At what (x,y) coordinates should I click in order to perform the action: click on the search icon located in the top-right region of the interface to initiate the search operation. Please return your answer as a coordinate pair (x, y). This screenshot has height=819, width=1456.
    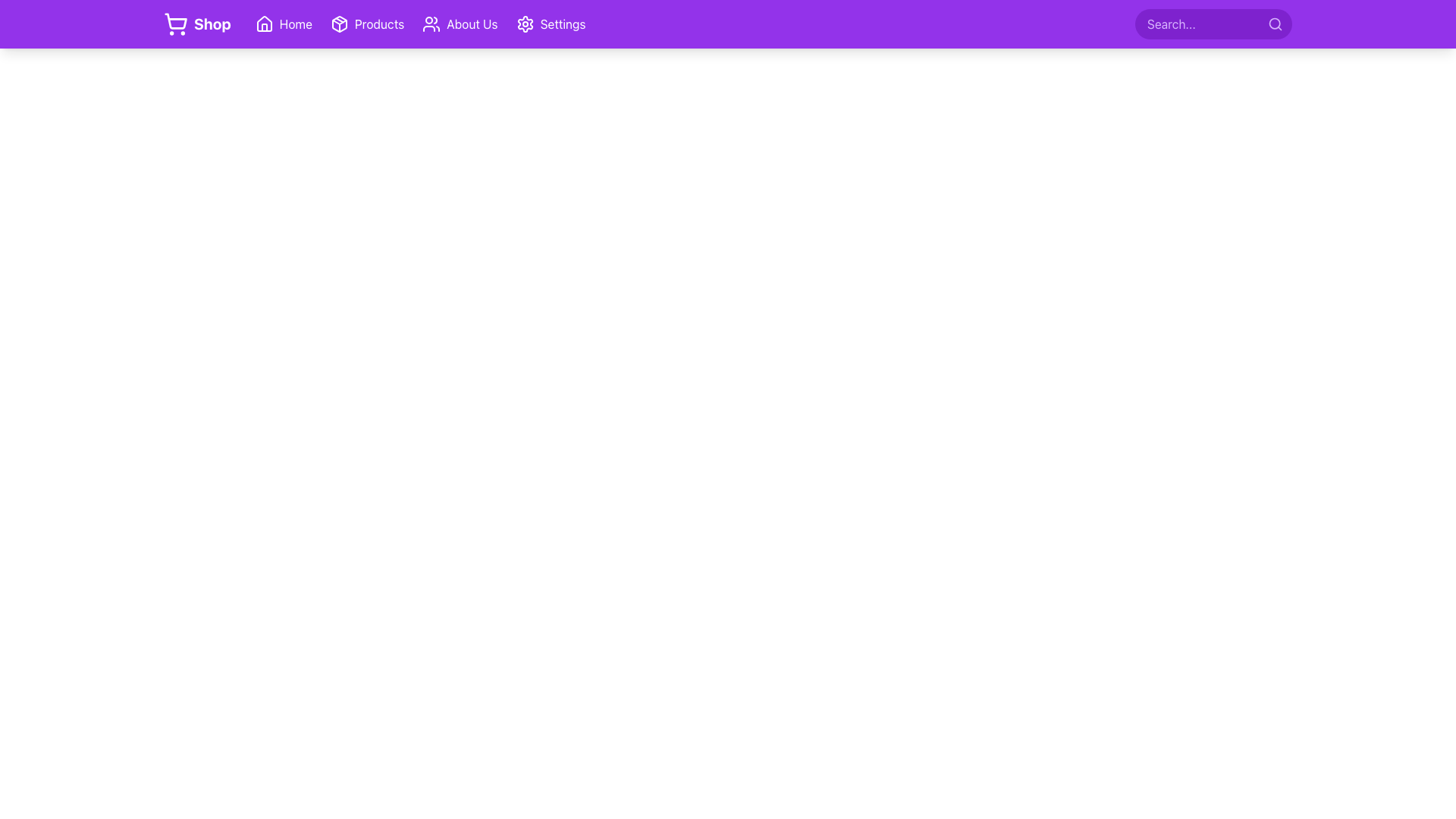
    Looking at the image, I should click on (1274, 24).